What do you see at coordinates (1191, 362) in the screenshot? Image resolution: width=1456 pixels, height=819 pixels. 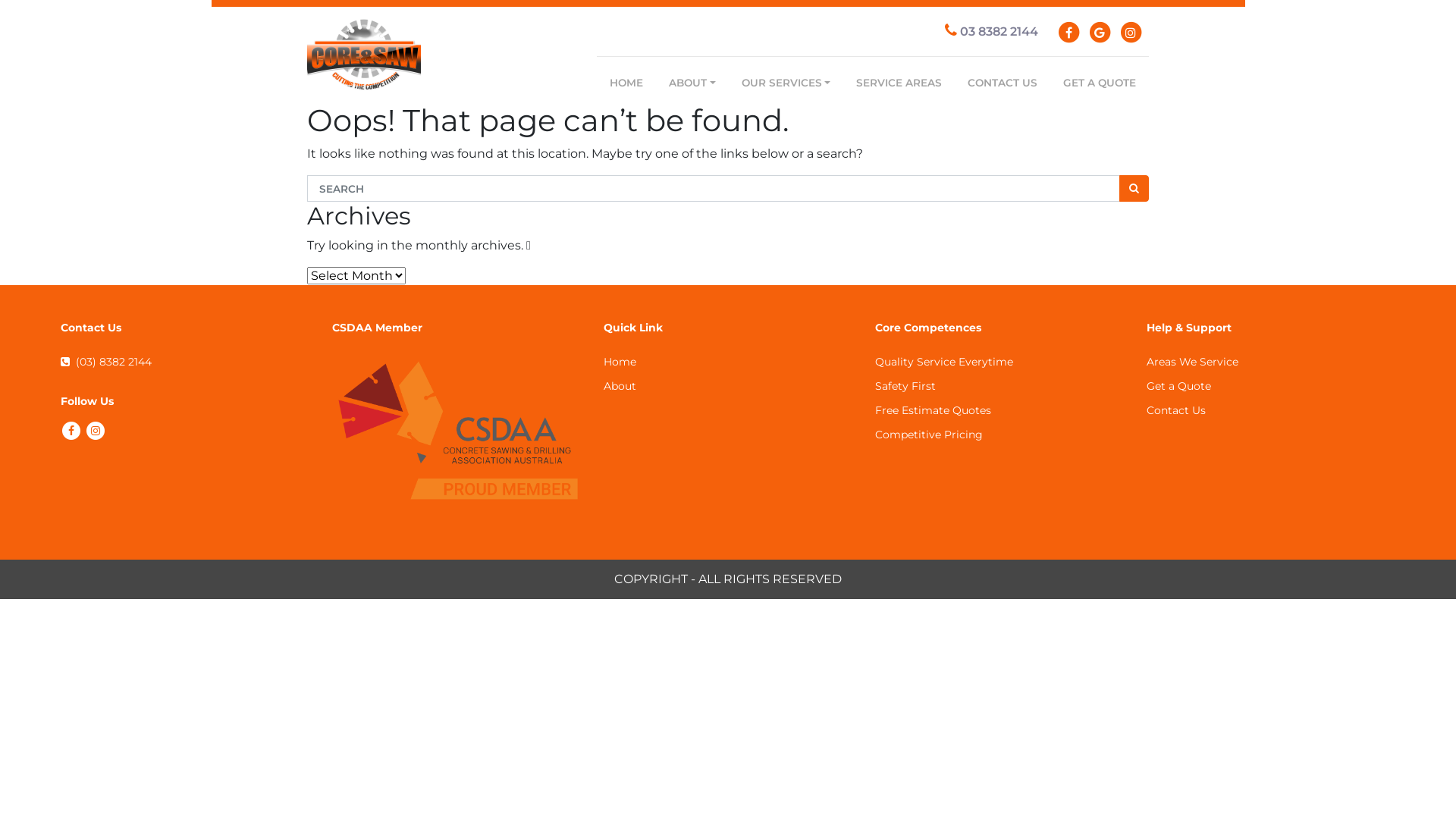 I see `'Areas We Service'` at bounding box center [1191, 362].